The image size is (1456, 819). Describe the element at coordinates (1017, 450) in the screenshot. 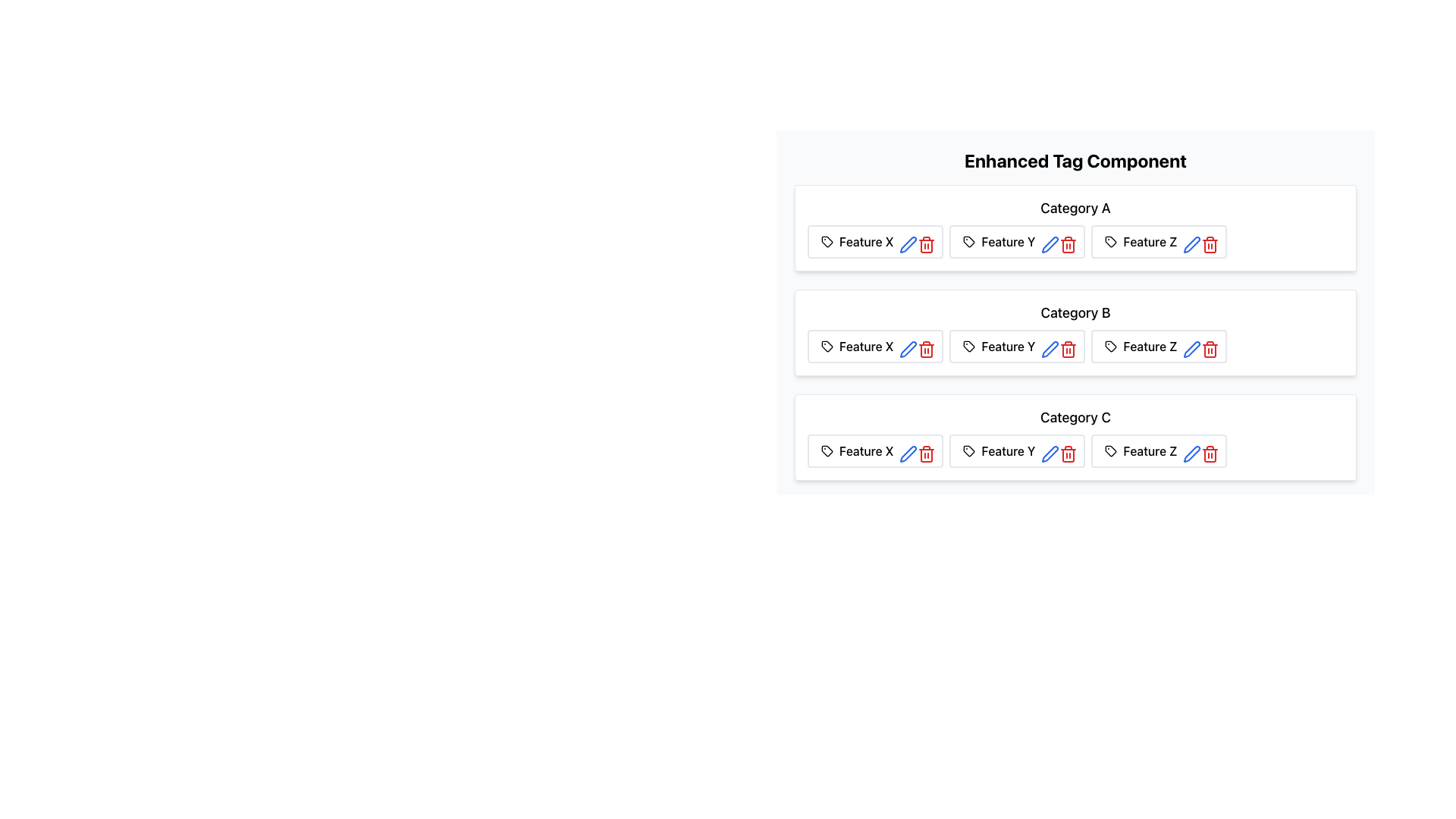

I see `the text of the interactive tag labeled 'Feature Y' which is the second element in the 'Category C' row` at that location.